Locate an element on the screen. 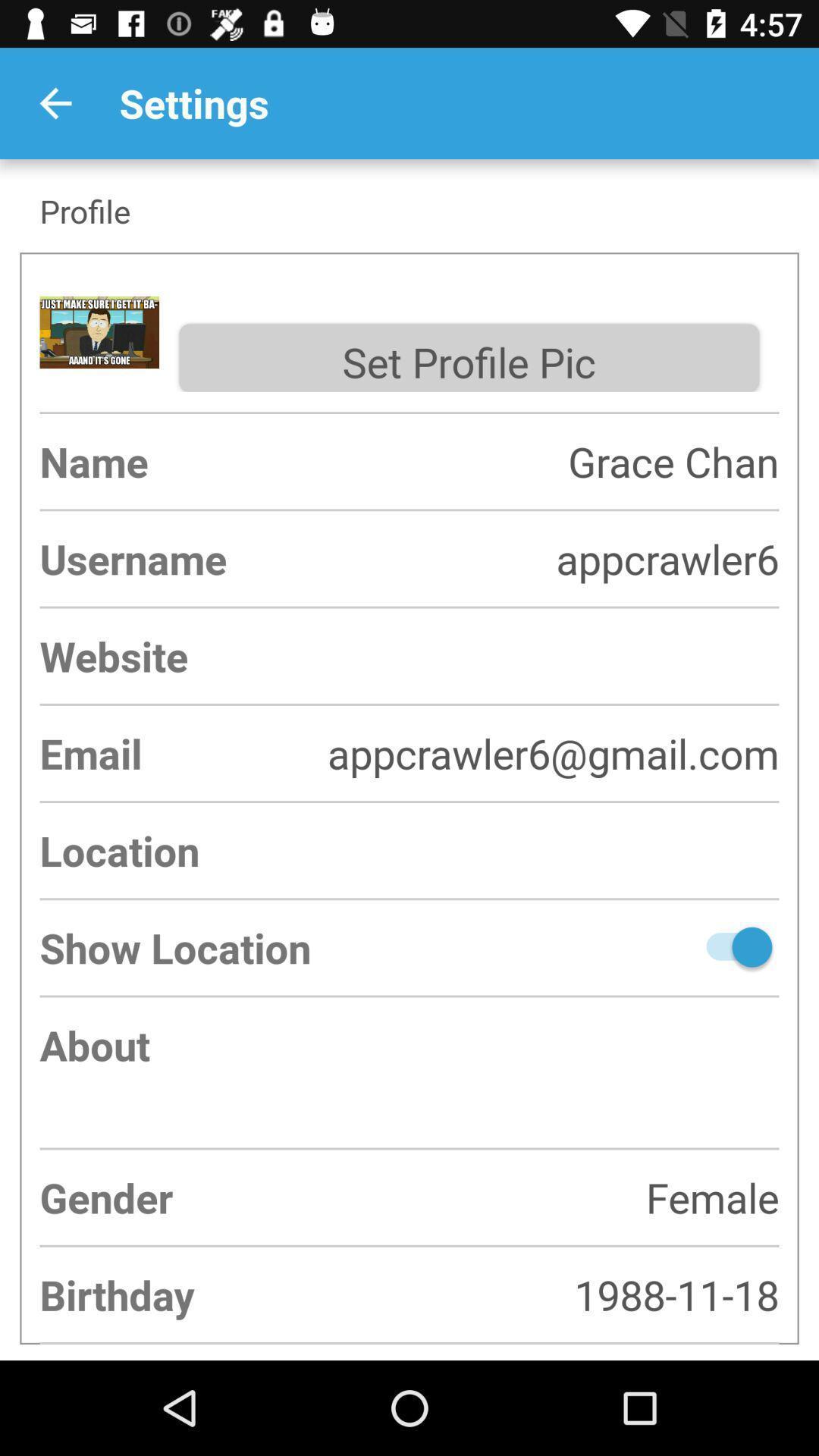  the set profile pic item is located at coordinates (468, 357).